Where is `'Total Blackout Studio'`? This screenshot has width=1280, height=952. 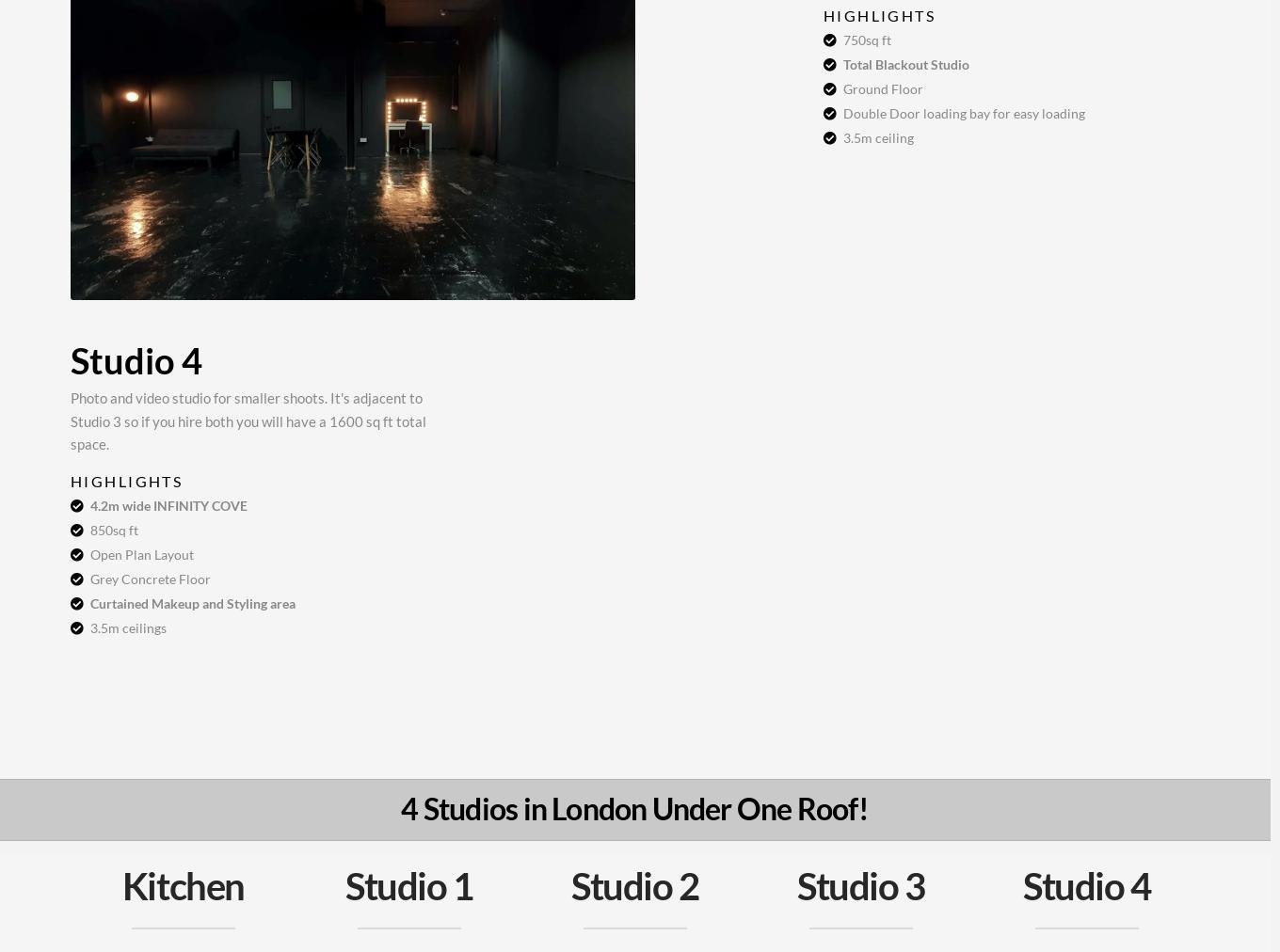
'Total Blackout Studio' is located at coordinates (906, 63).